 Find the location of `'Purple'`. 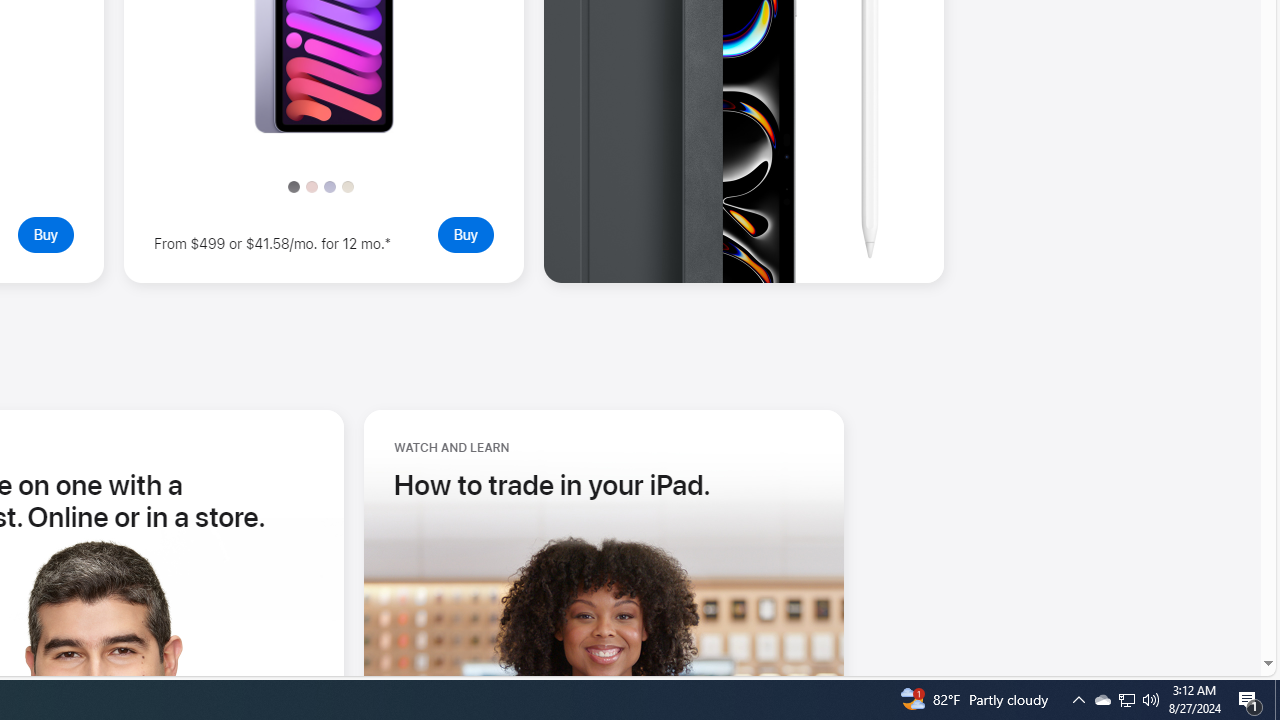

'Purple' is located at coordinates (329, 186).